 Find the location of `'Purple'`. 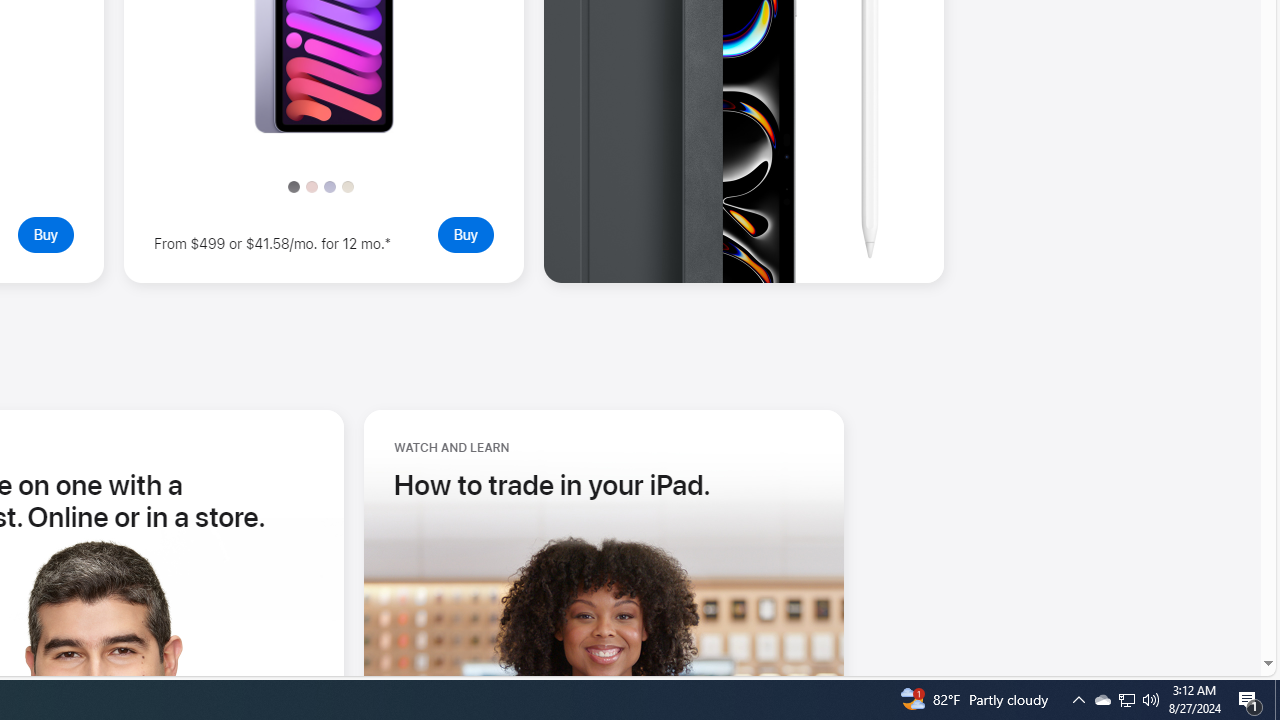

'Purple' is located at coordinates (329, 186).